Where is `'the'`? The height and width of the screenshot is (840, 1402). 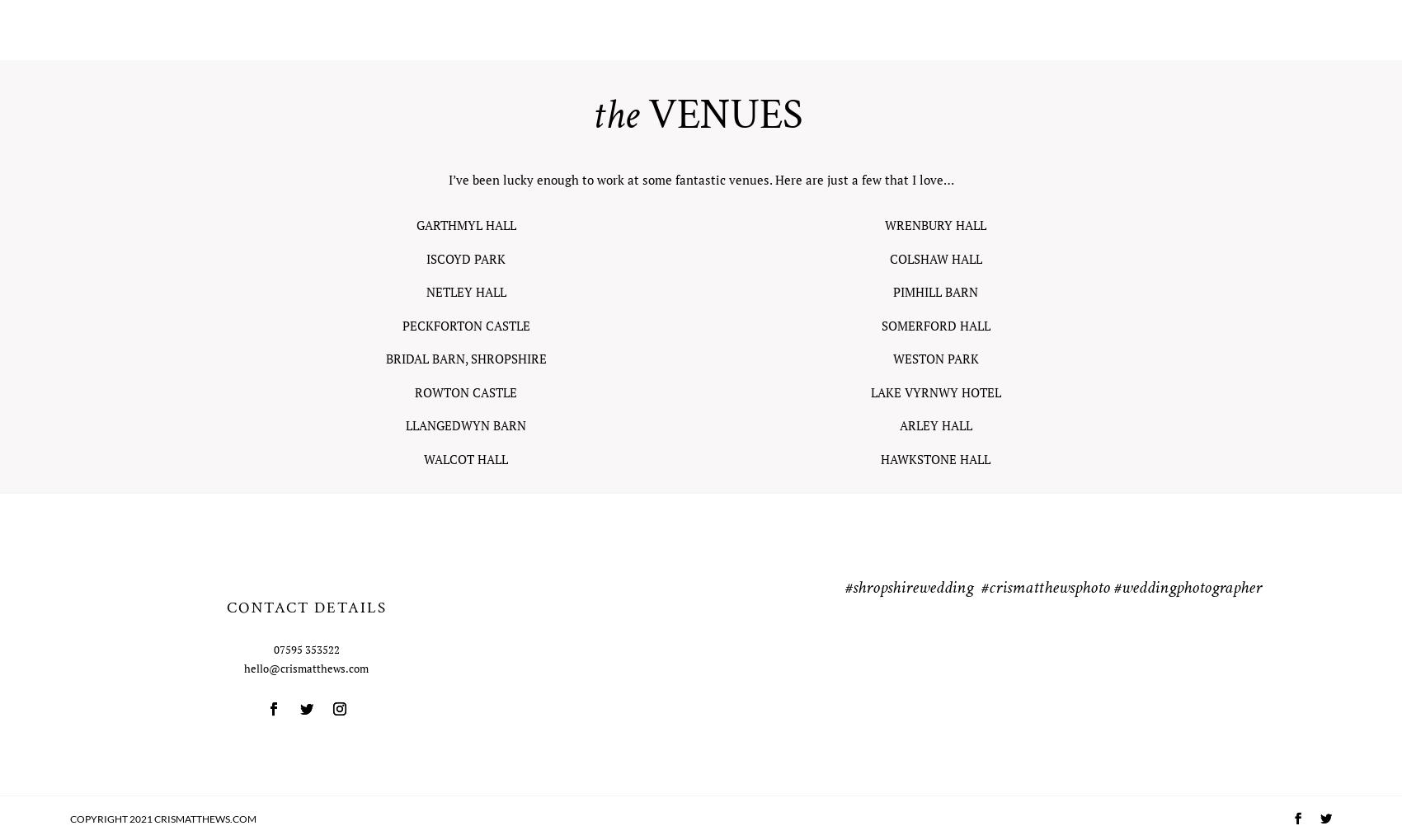 'the' is located at coordinates (614, 115).